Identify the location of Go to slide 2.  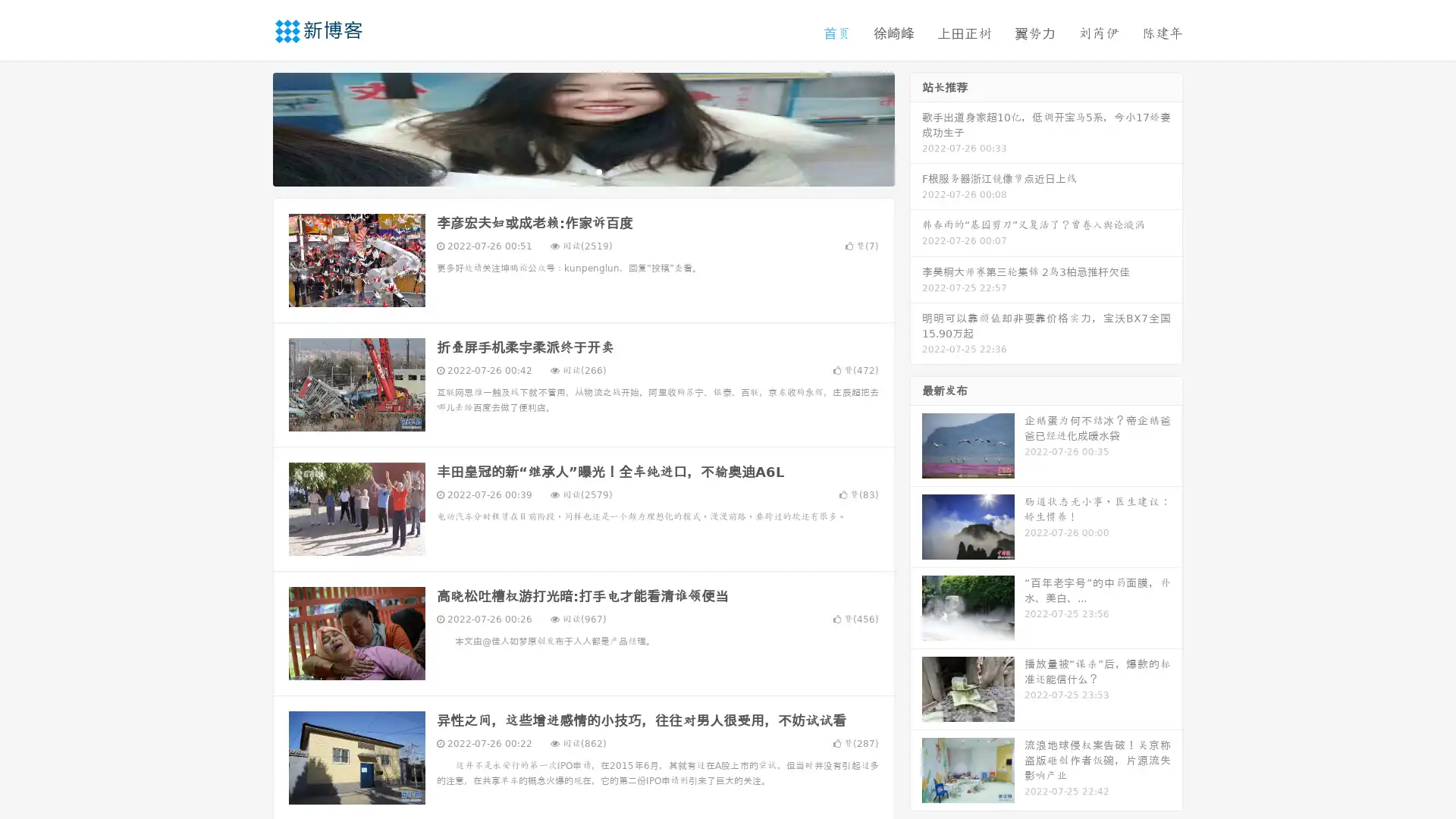
(582, 171).